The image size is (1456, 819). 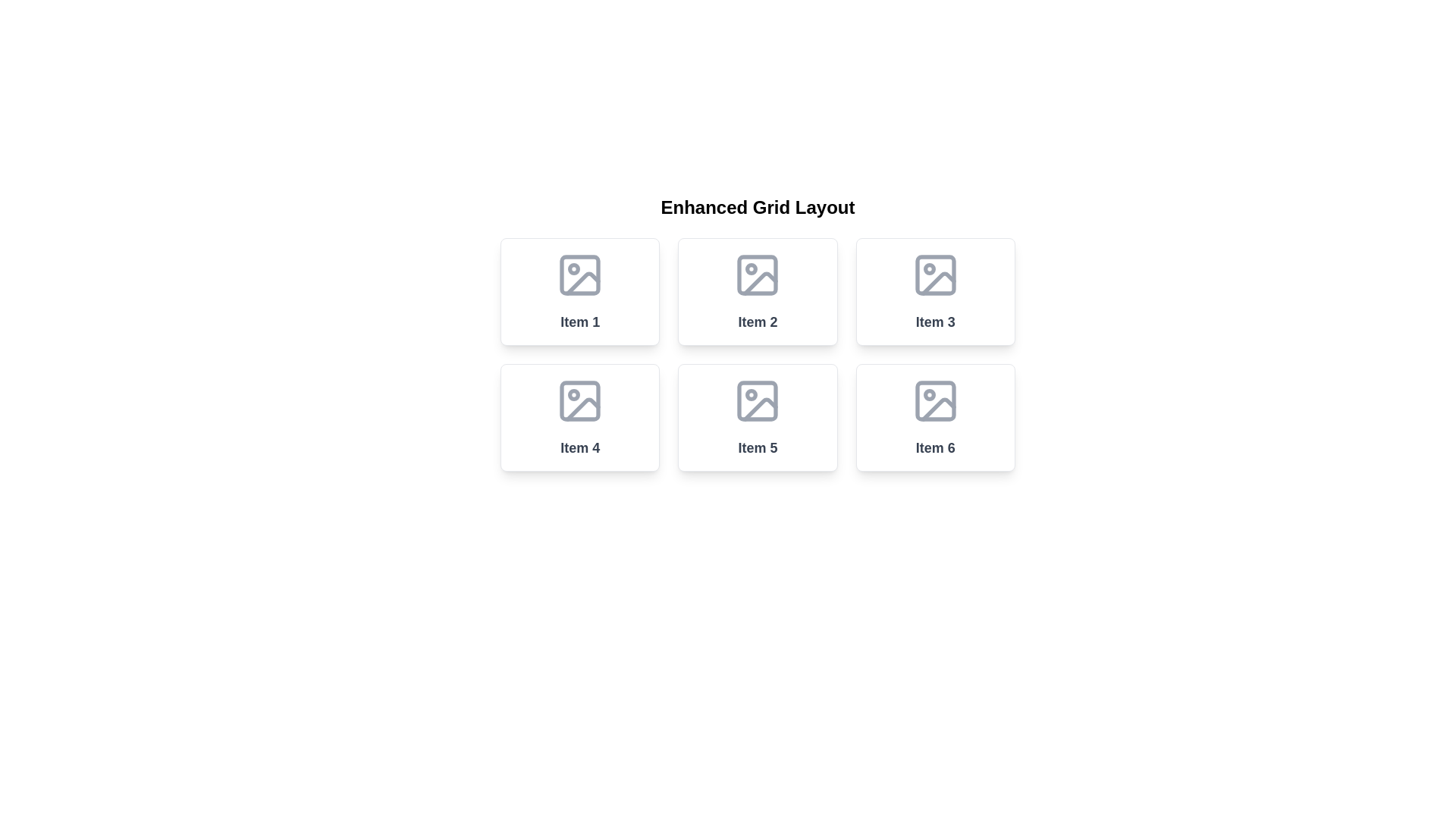 I want to click on the picture frame icon located at the center of the grid item labeled 'Item 1', which features a circular region in the top left and a diagonal line intersecting a rectangular outline, so click(x=579, y=275).